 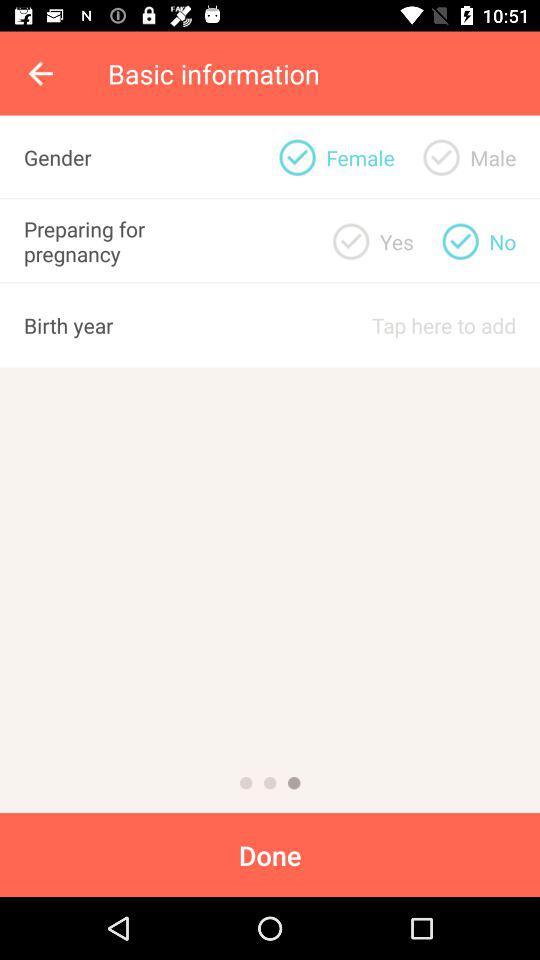 I want to click on click female, so click(x=296, y=156).